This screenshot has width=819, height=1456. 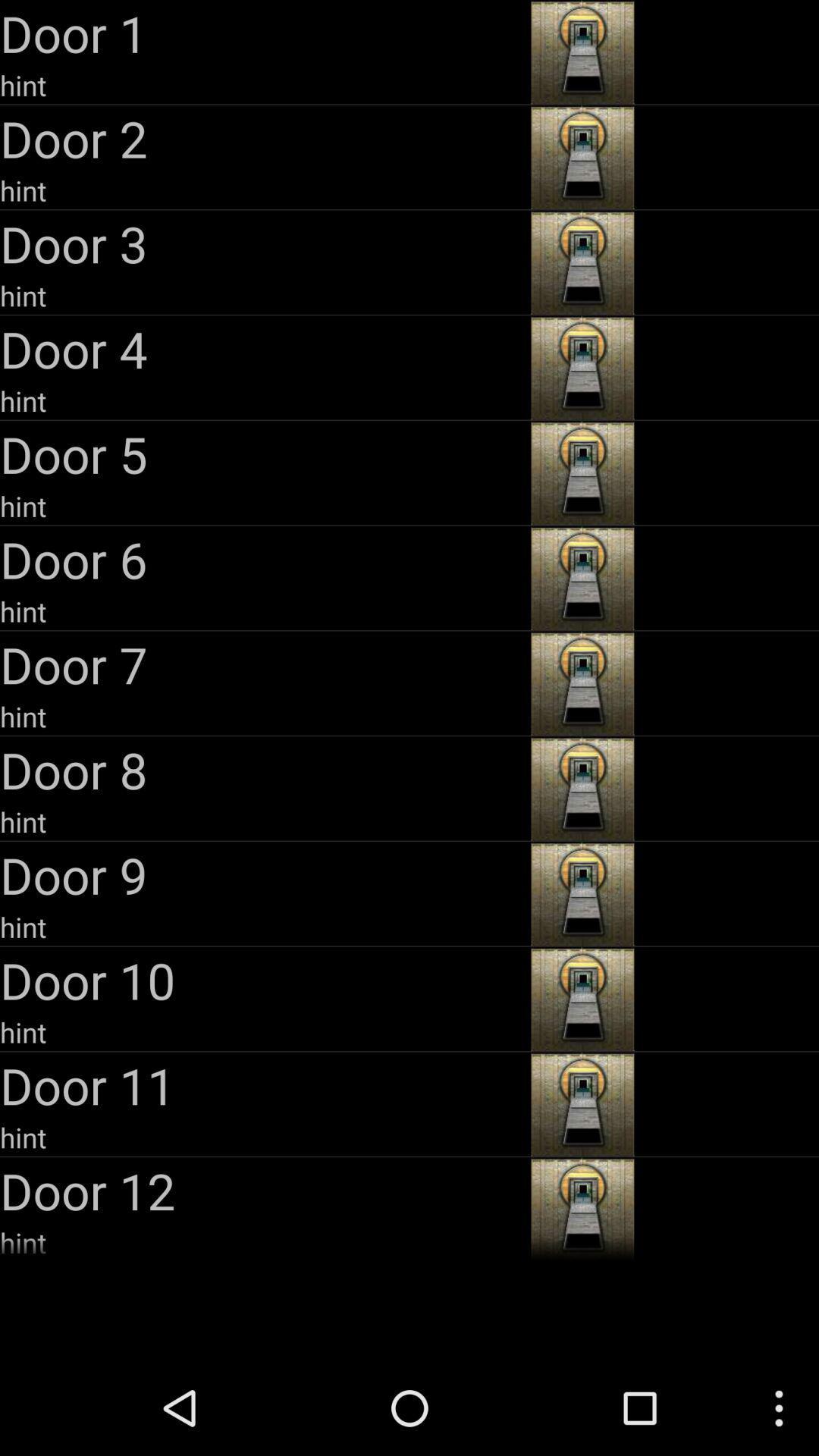 What do you see at coordinates (262, 980) in the screenshot?
I see `the door 10 item` at bounding box center [262, 980].